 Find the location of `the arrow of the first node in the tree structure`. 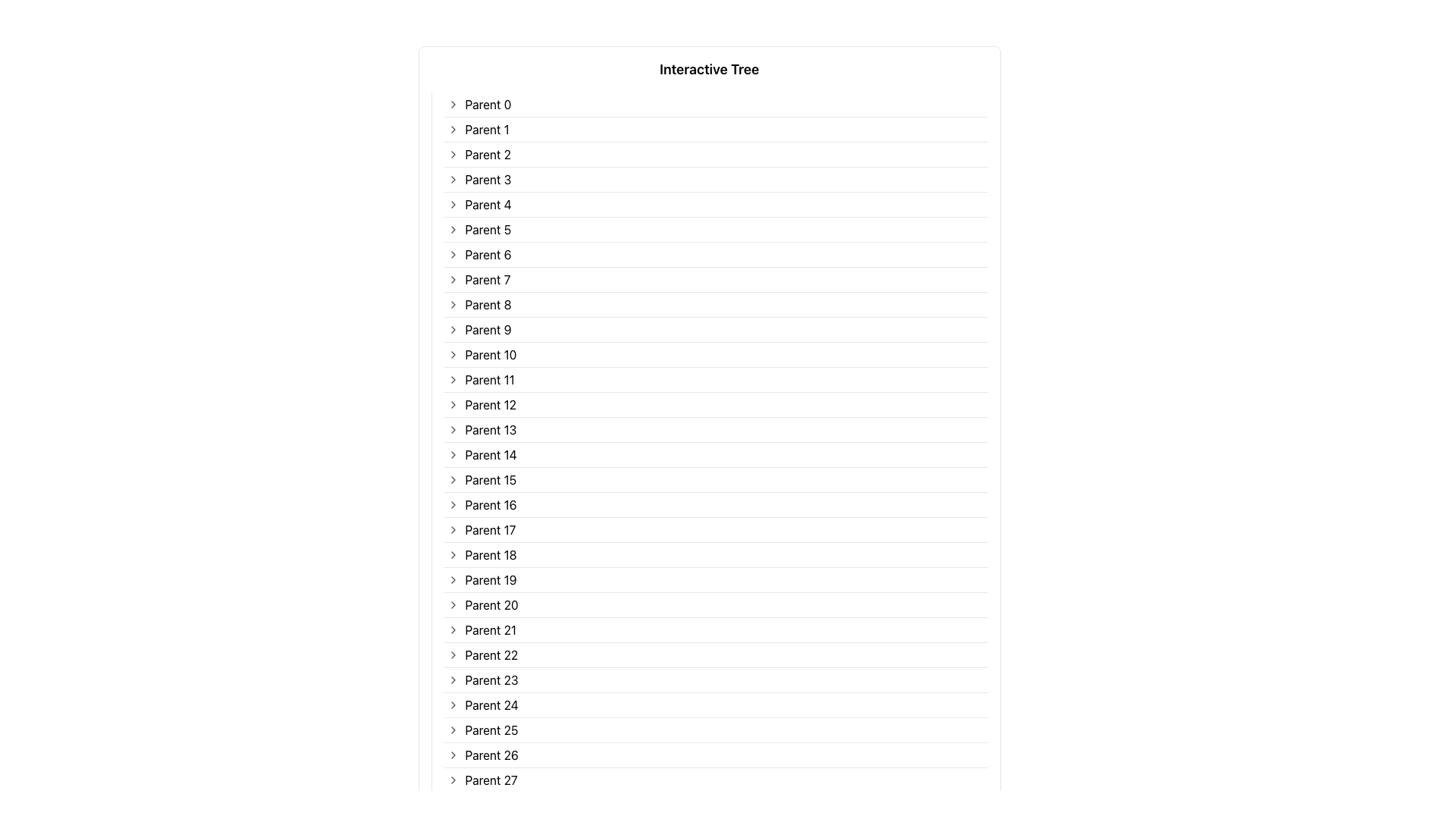

the arrow of the first node in the tree structure is located at coordinates (708, 104).